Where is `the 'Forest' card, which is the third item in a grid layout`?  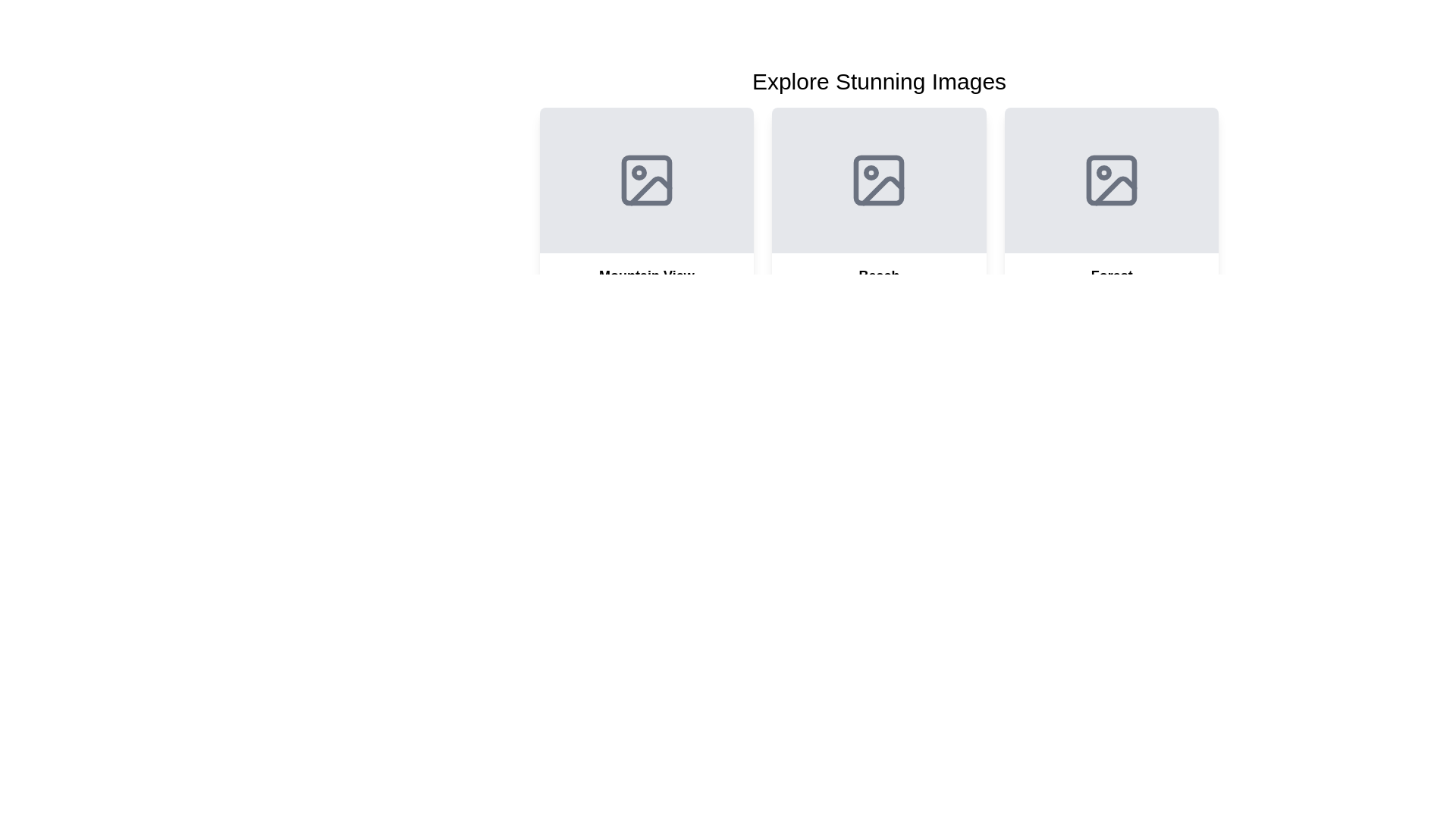
the 'Forest' card, which is the third item in a grid layout is located at coordinates (1112, 225).